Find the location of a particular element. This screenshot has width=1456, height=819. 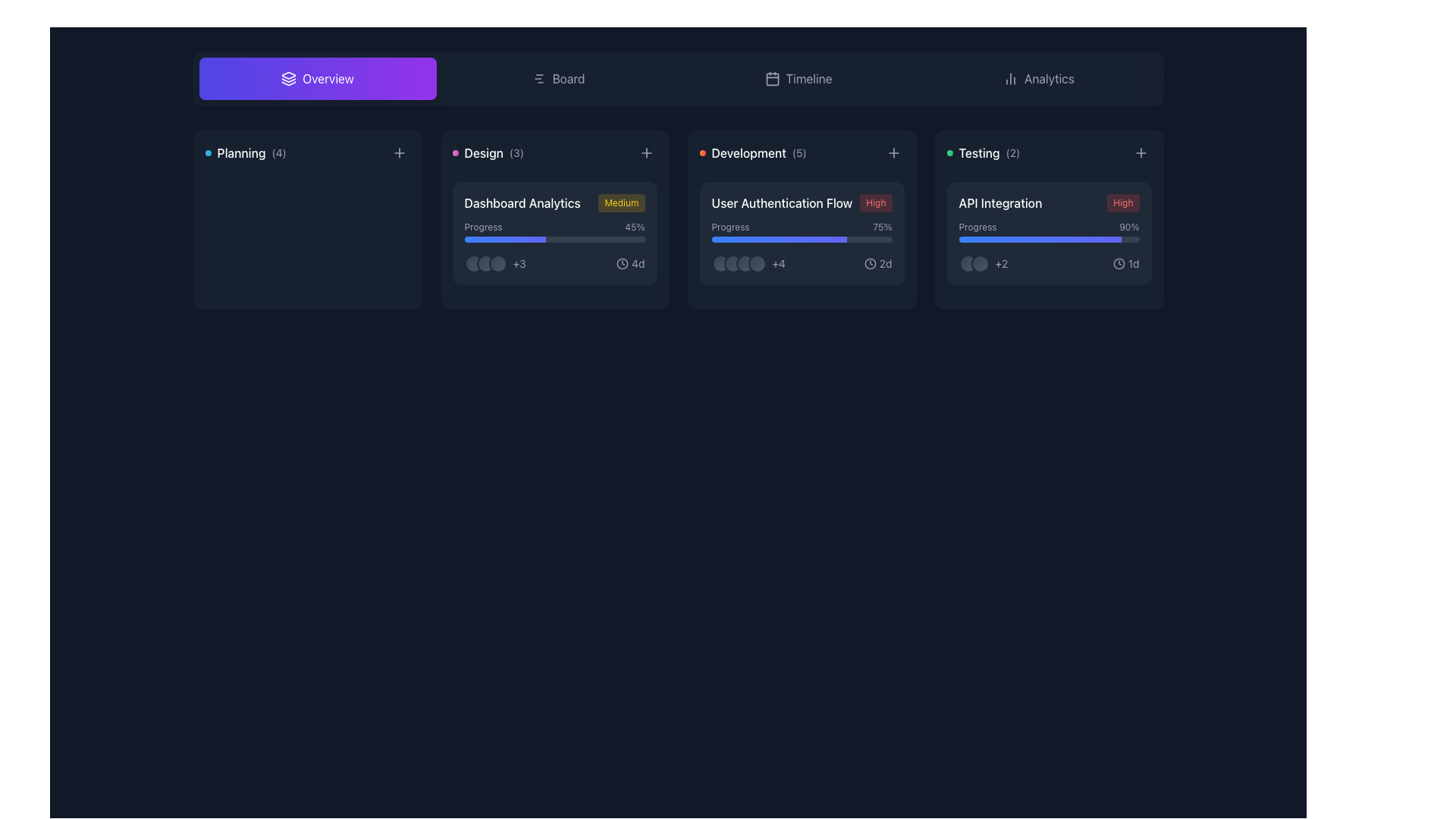

the progress bar located in the 'API Integration' card, which visually indicates the progress of a task with a 'High' priority badge is located at coordinates (1048, 231).